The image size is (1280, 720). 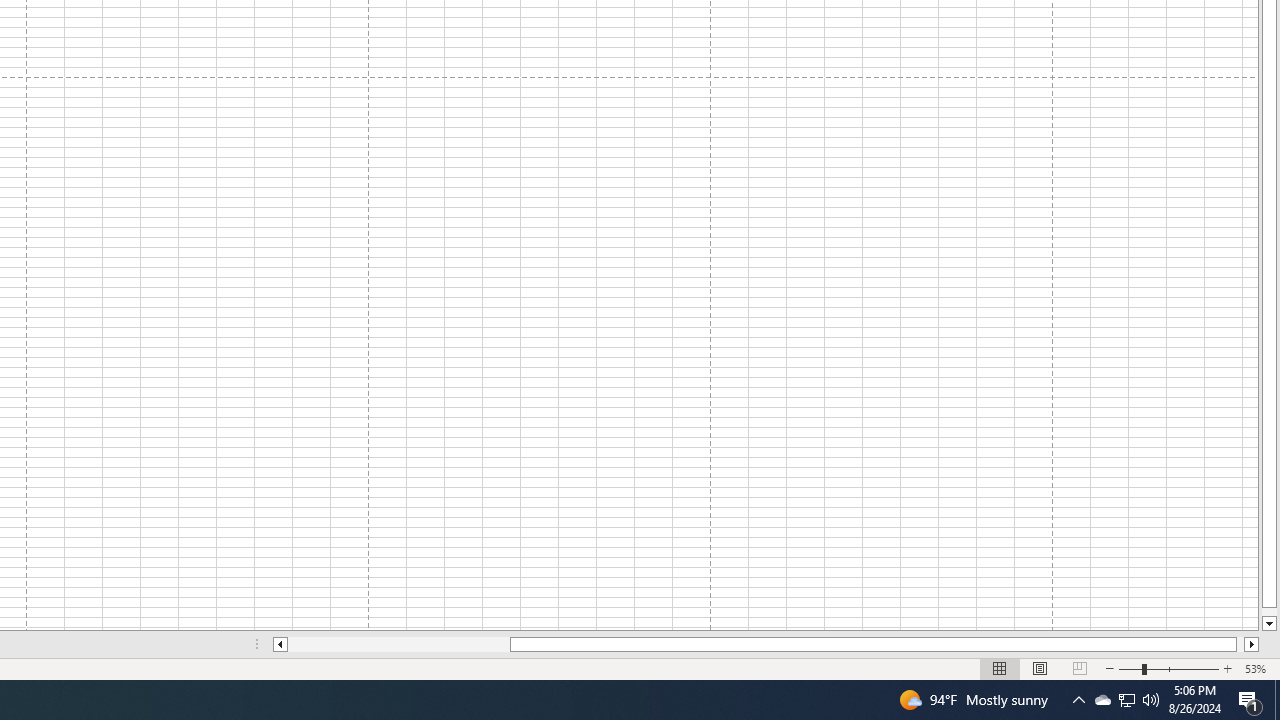 What do you see at coordinates (1078, 669) in the screenshot?
I see `'Page Break Preview'` at bounding box center [1078, 669].